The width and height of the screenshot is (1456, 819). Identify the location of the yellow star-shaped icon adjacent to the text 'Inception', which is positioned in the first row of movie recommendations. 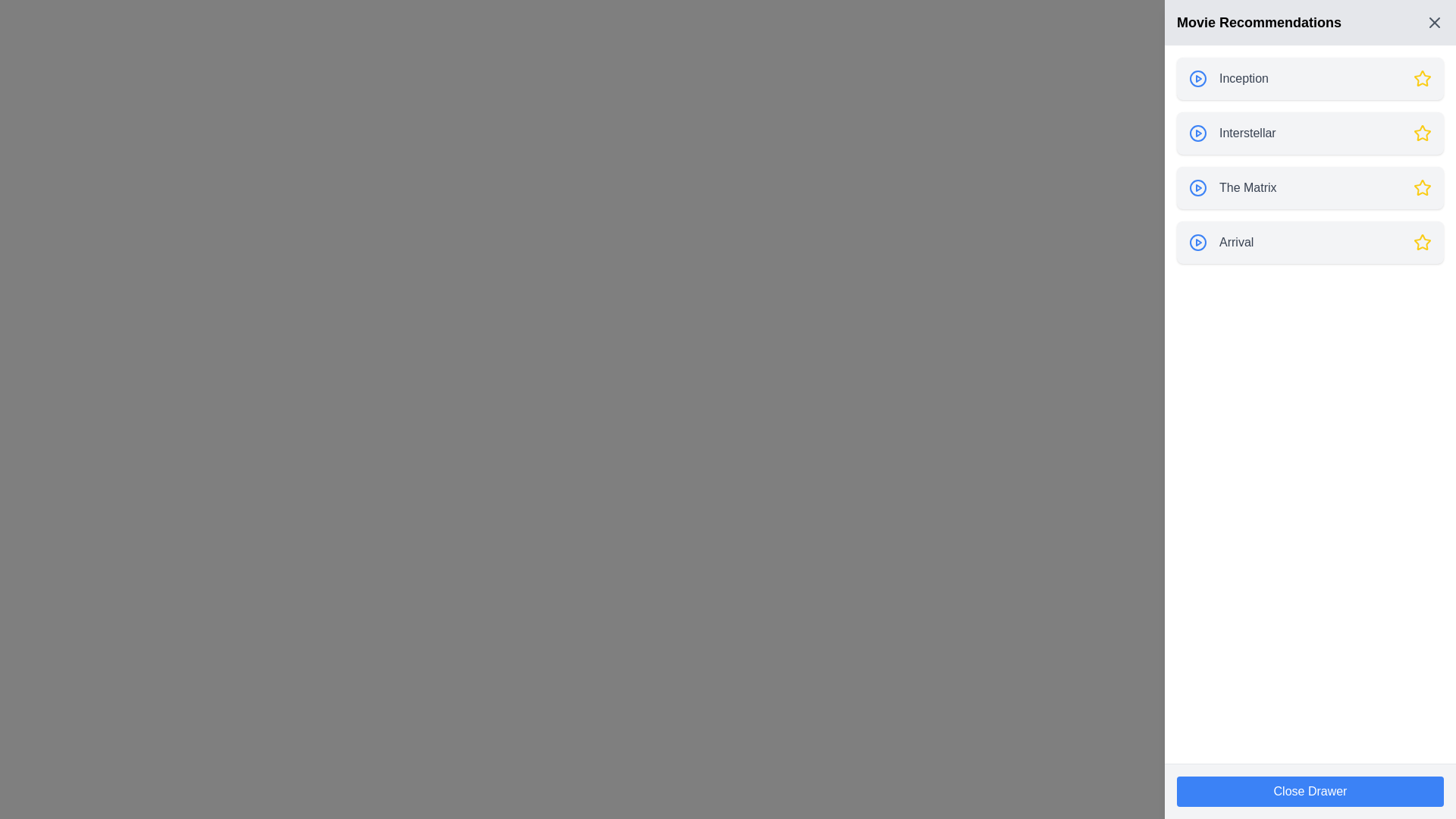
(1422, 79).